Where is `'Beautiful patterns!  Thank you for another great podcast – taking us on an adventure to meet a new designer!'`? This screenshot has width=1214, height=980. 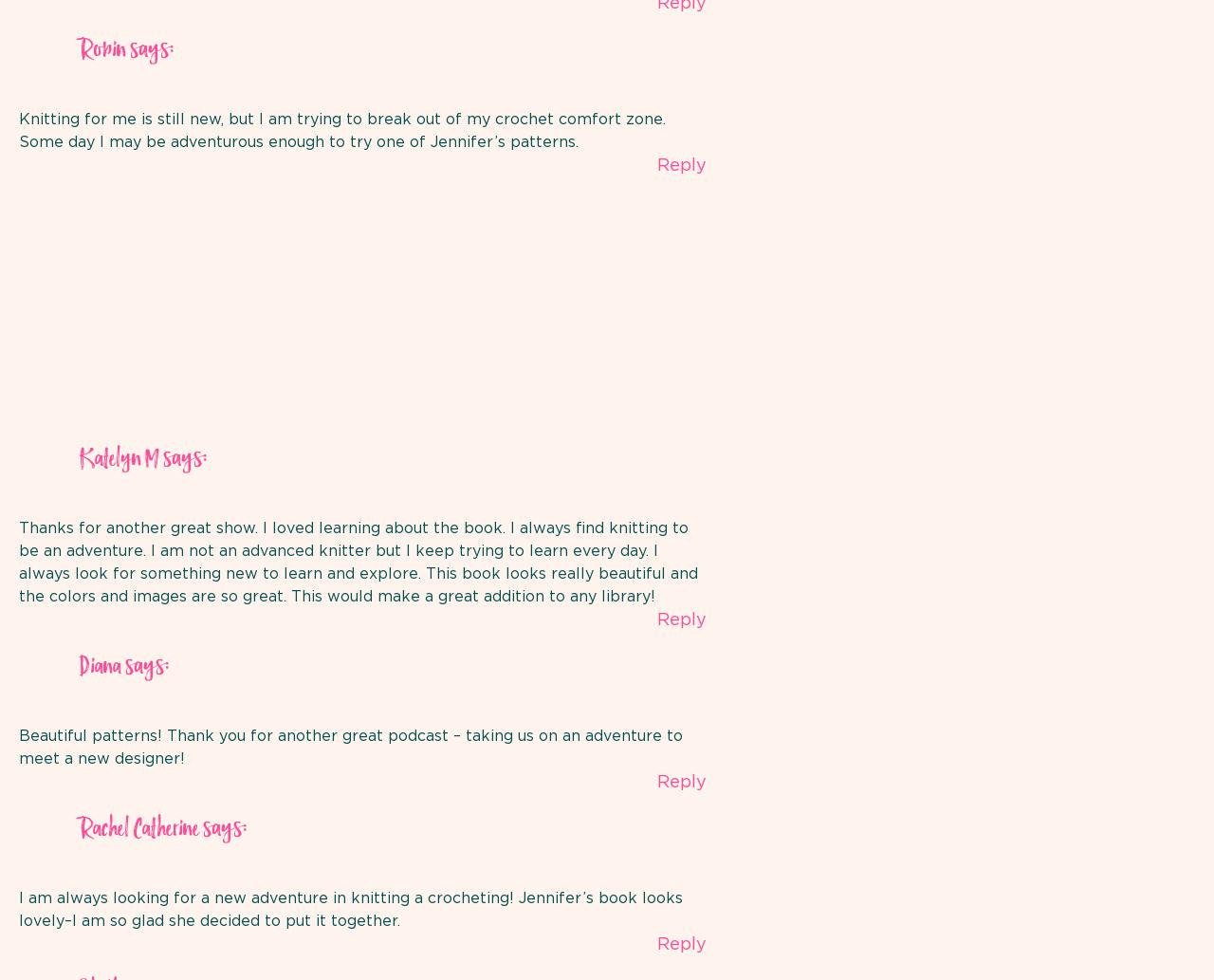 'Beautiful patterns!  Thank you for another great podcast – taking us on an adventure to meet a new designer!' is located at coordinates (351, 747).